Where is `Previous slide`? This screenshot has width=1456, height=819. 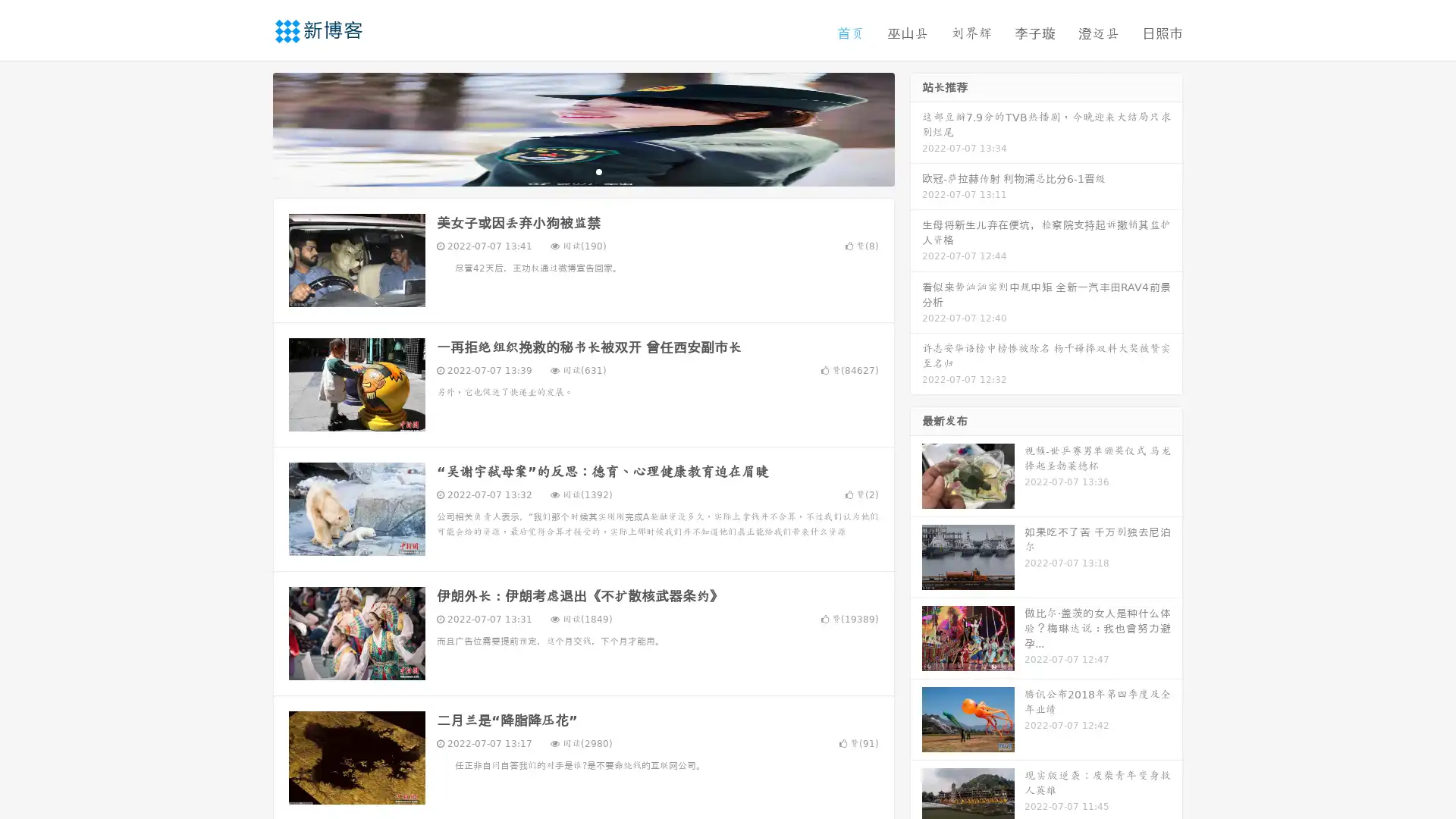
Previous slide is located at coordinates (250, 127).